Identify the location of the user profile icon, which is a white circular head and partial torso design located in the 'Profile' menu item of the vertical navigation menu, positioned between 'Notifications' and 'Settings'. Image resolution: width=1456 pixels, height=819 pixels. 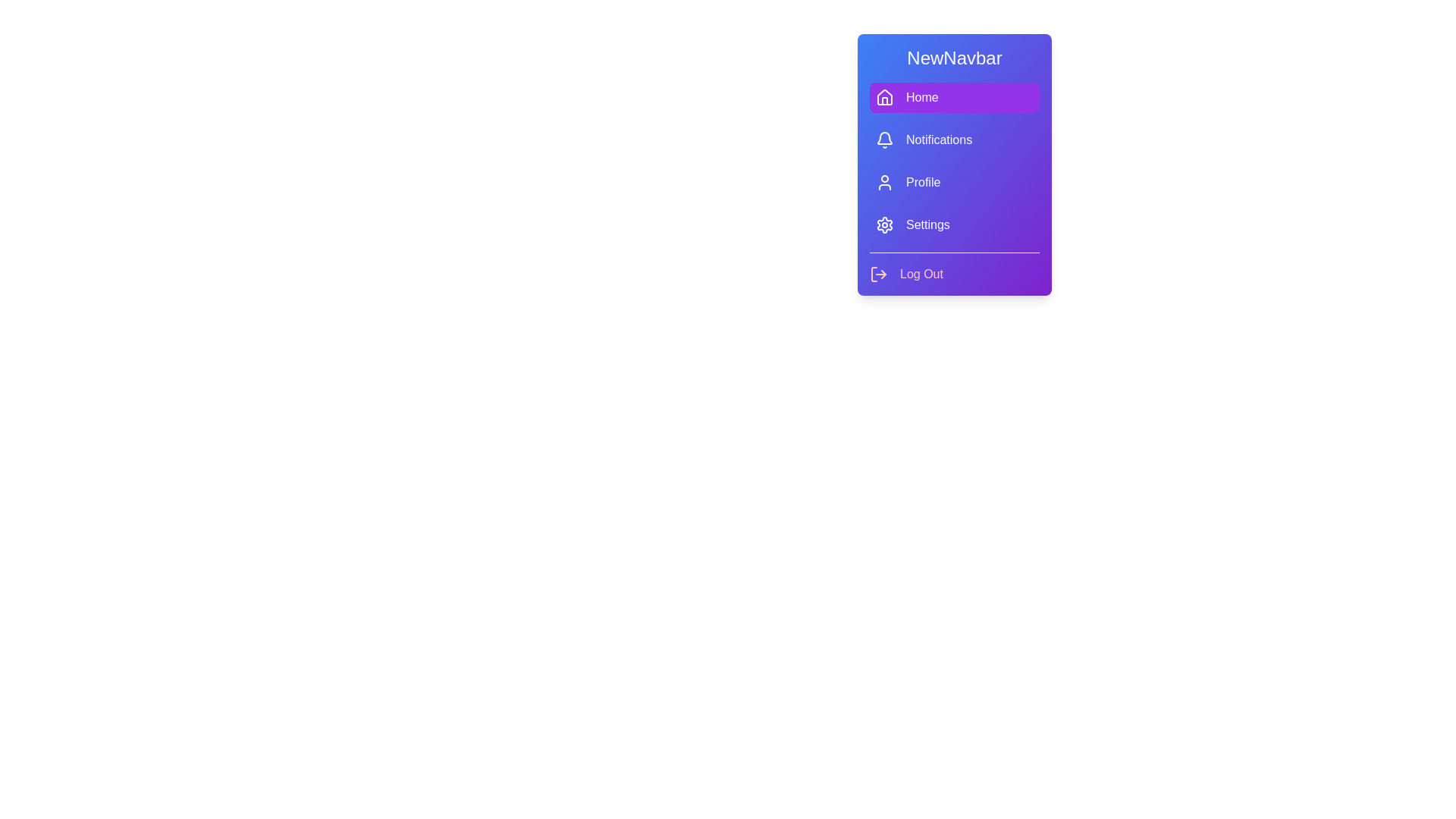
(884, 181).